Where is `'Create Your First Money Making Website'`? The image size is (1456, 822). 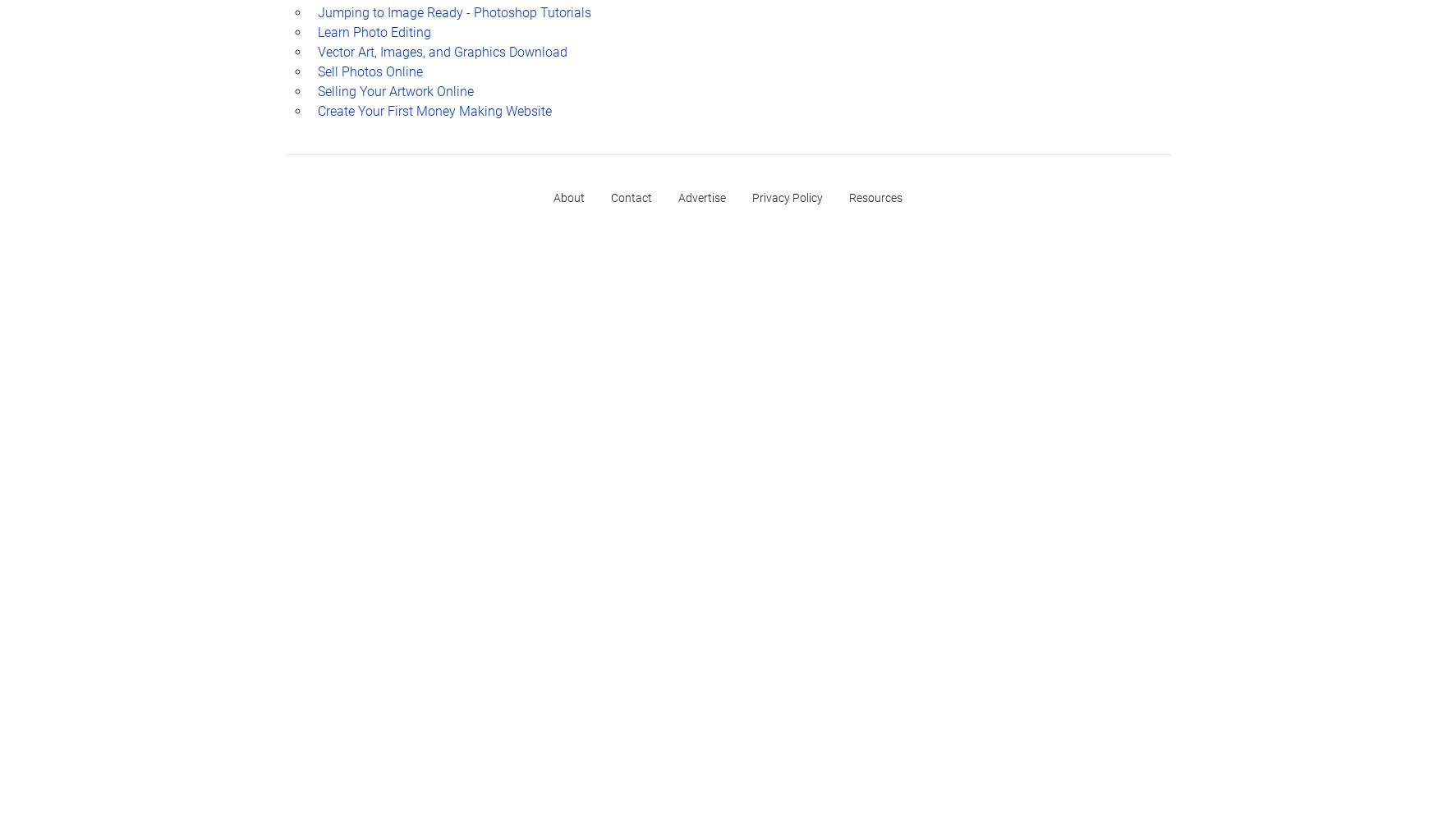
'Create Your First Money Making Website' is located at coordinates (434, 109).